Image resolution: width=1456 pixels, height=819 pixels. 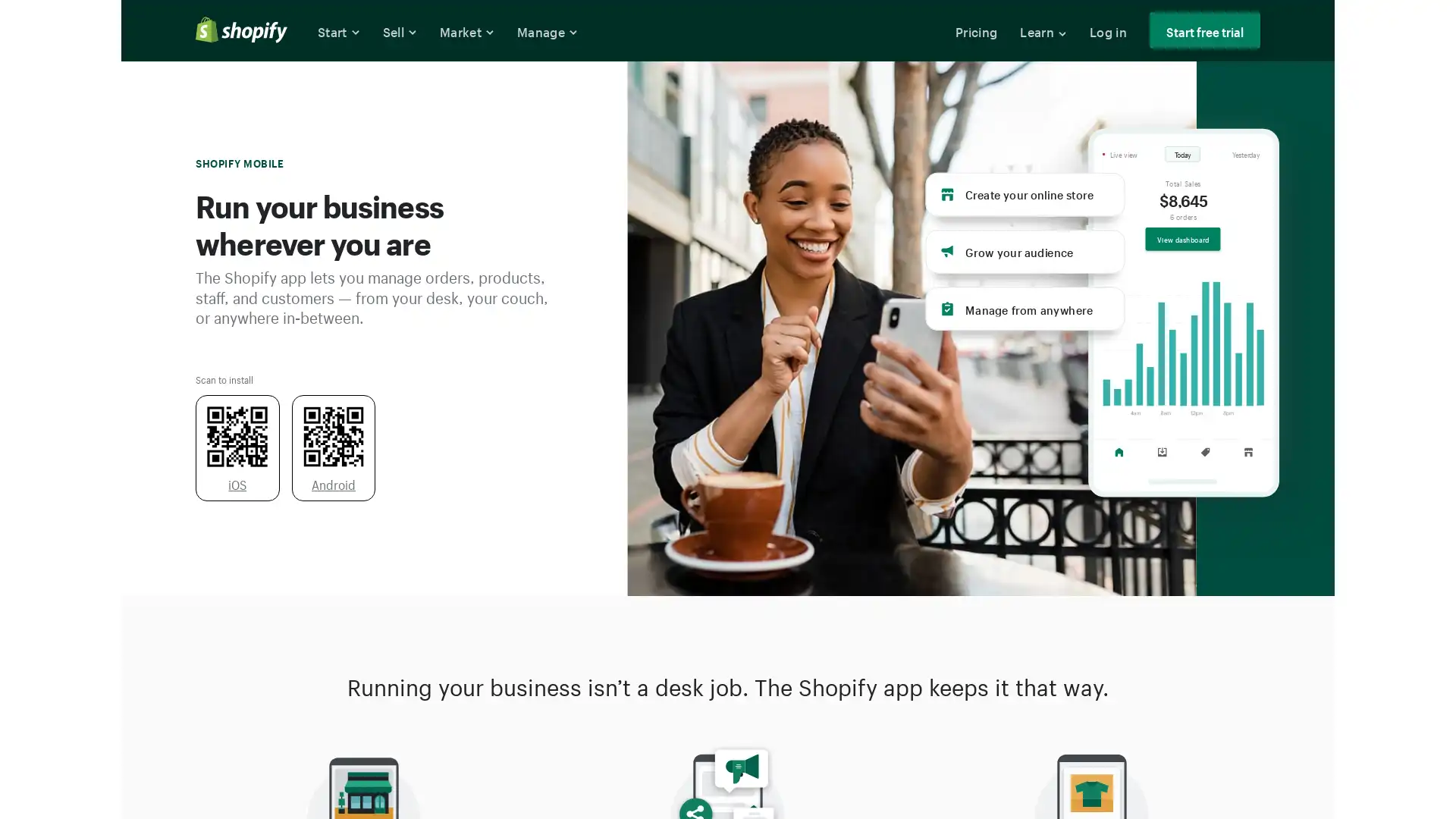 I want to click on Start free trial, so click(x=1203, y=30).